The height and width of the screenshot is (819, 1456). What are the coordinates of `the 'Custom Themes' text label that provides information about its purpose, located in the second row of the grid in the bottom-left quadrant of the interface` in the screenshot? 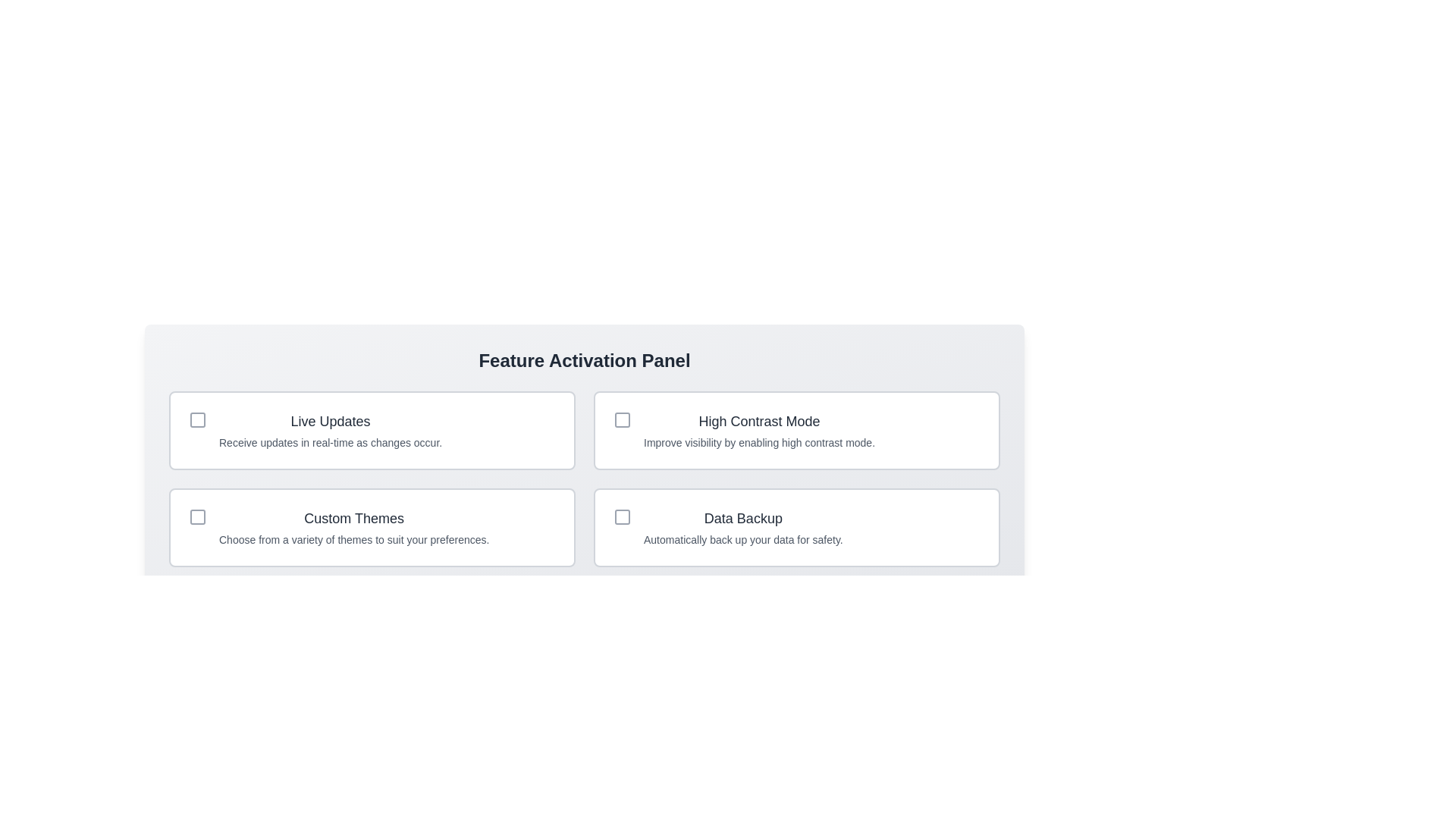 It's located at (353, 526).